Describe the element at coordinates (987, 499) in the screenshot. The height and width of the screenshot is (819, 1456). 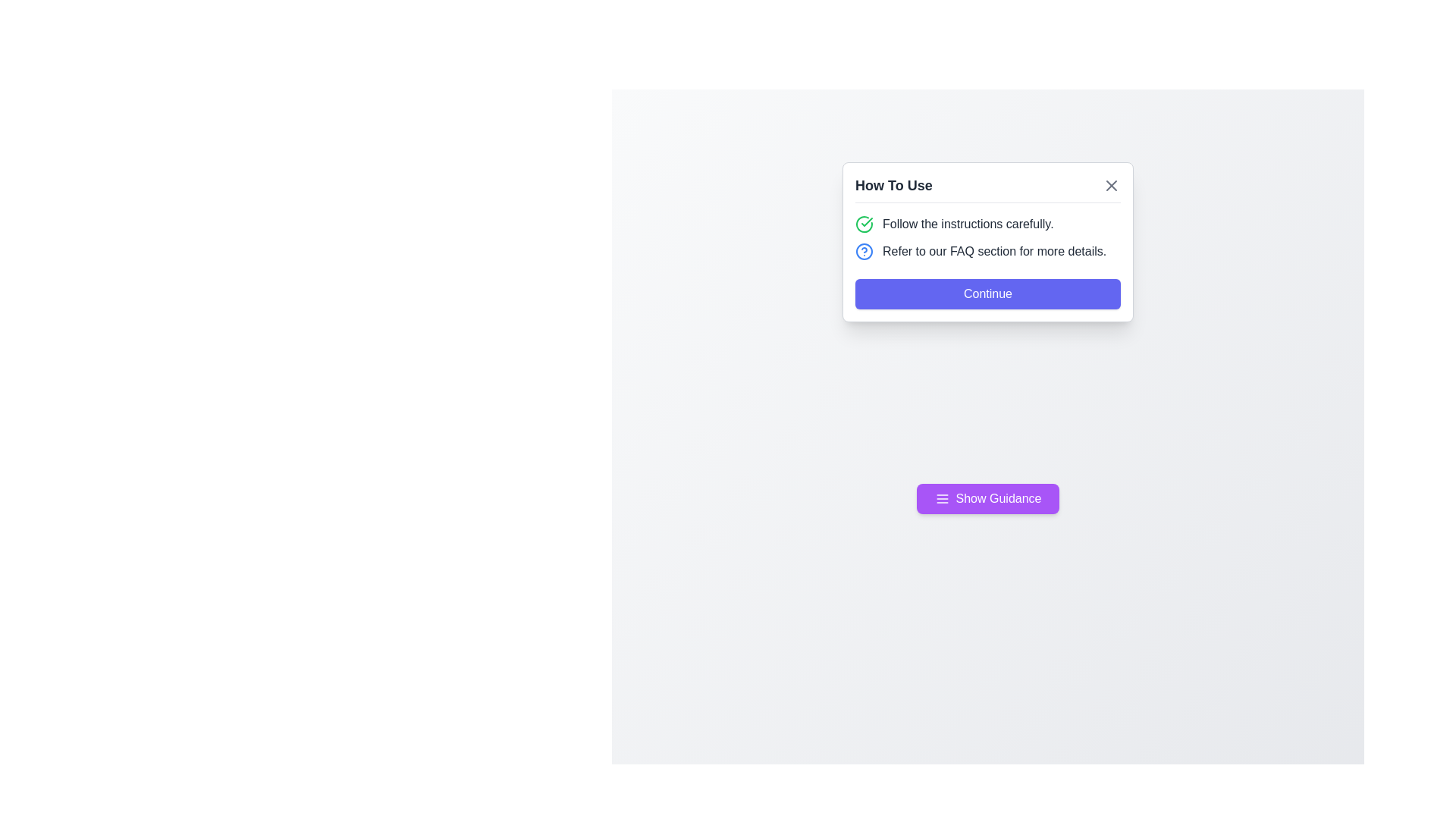
I see `the button located below the white panel containing instructional text to trigger possible visual feedback` at that location.